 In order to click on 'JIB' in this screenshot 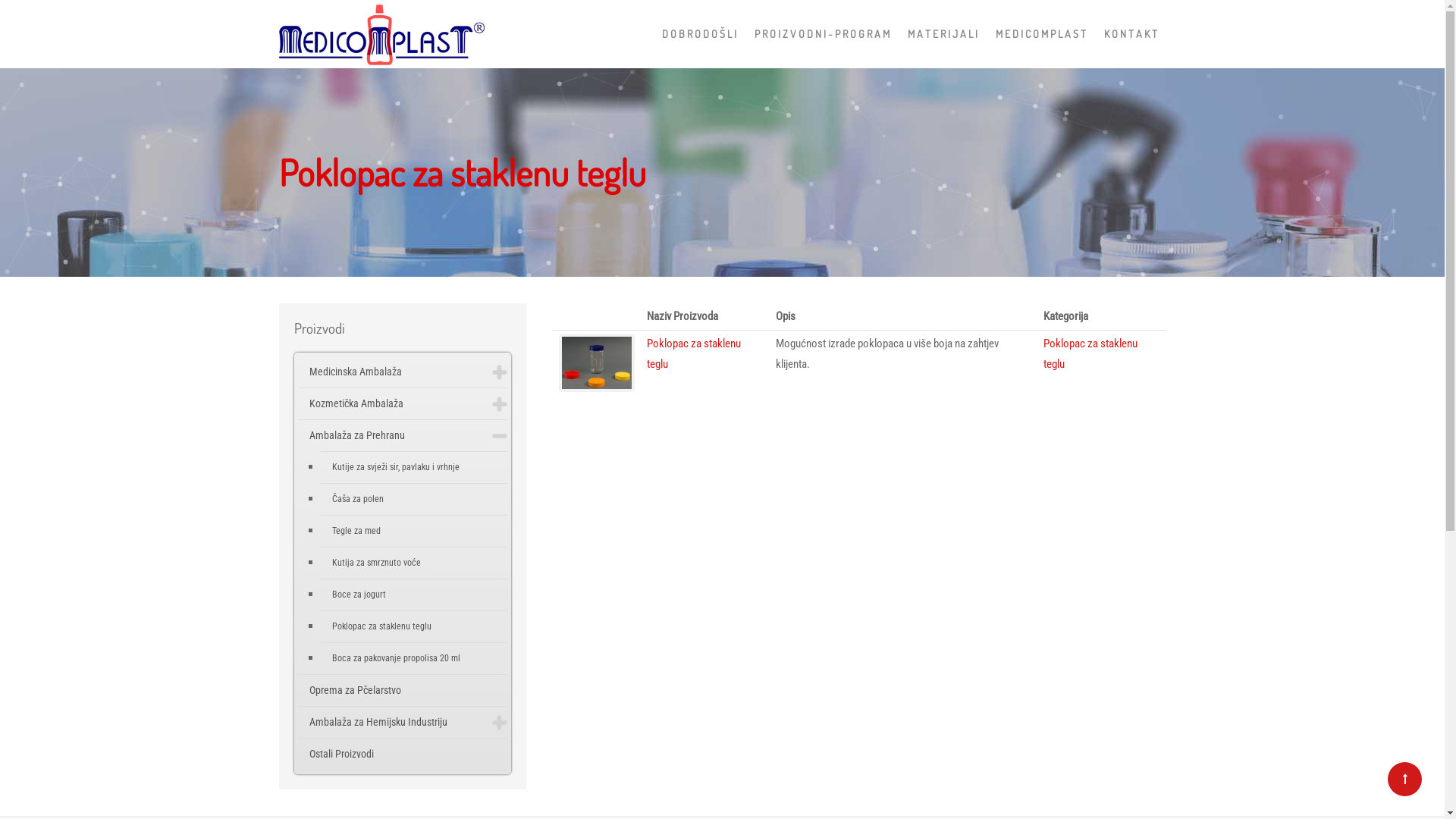, I will do `click(742, 504)`.